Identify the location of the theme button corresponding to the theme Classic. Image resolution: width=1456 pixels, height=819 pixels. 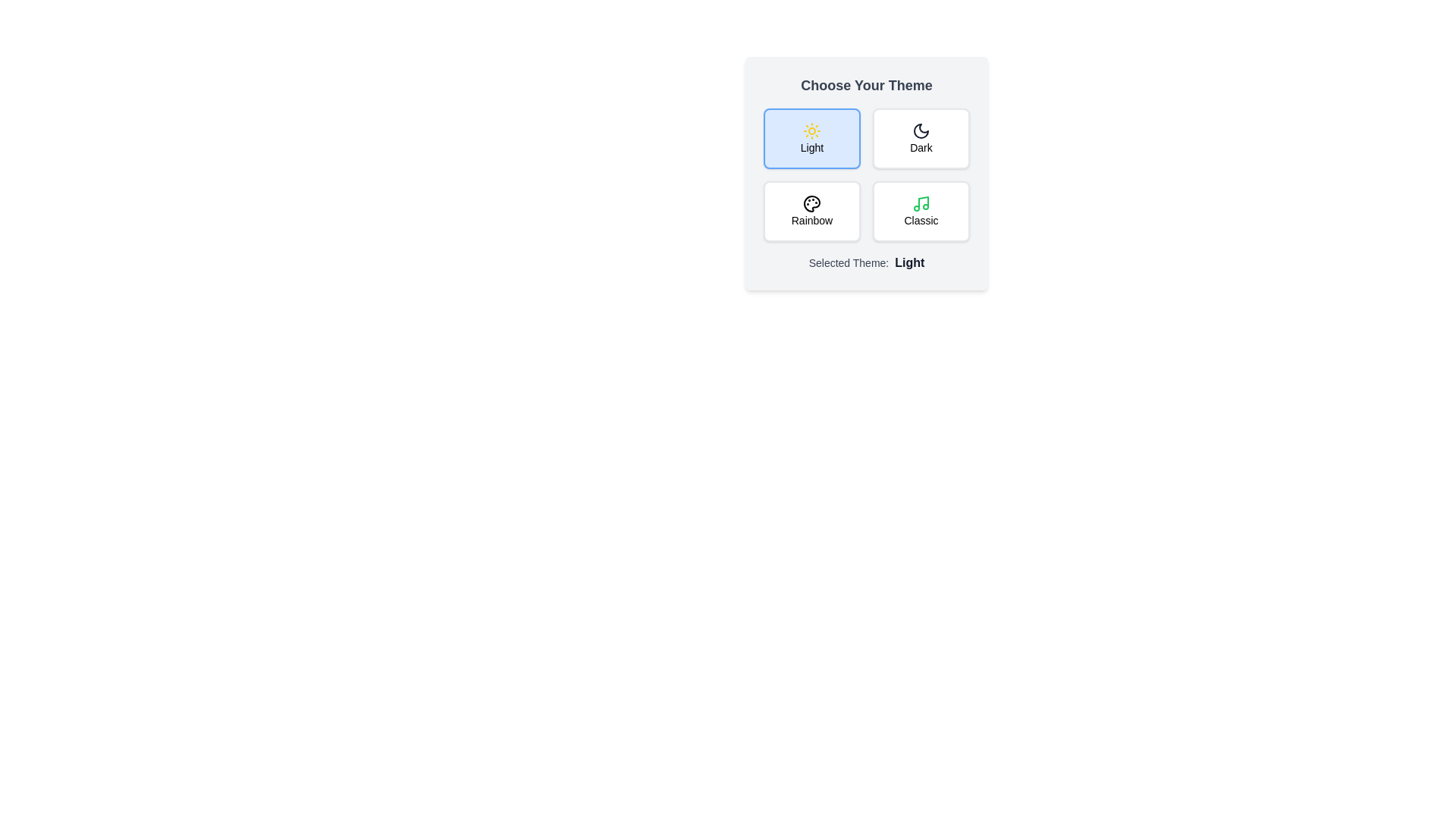
(920, 211).